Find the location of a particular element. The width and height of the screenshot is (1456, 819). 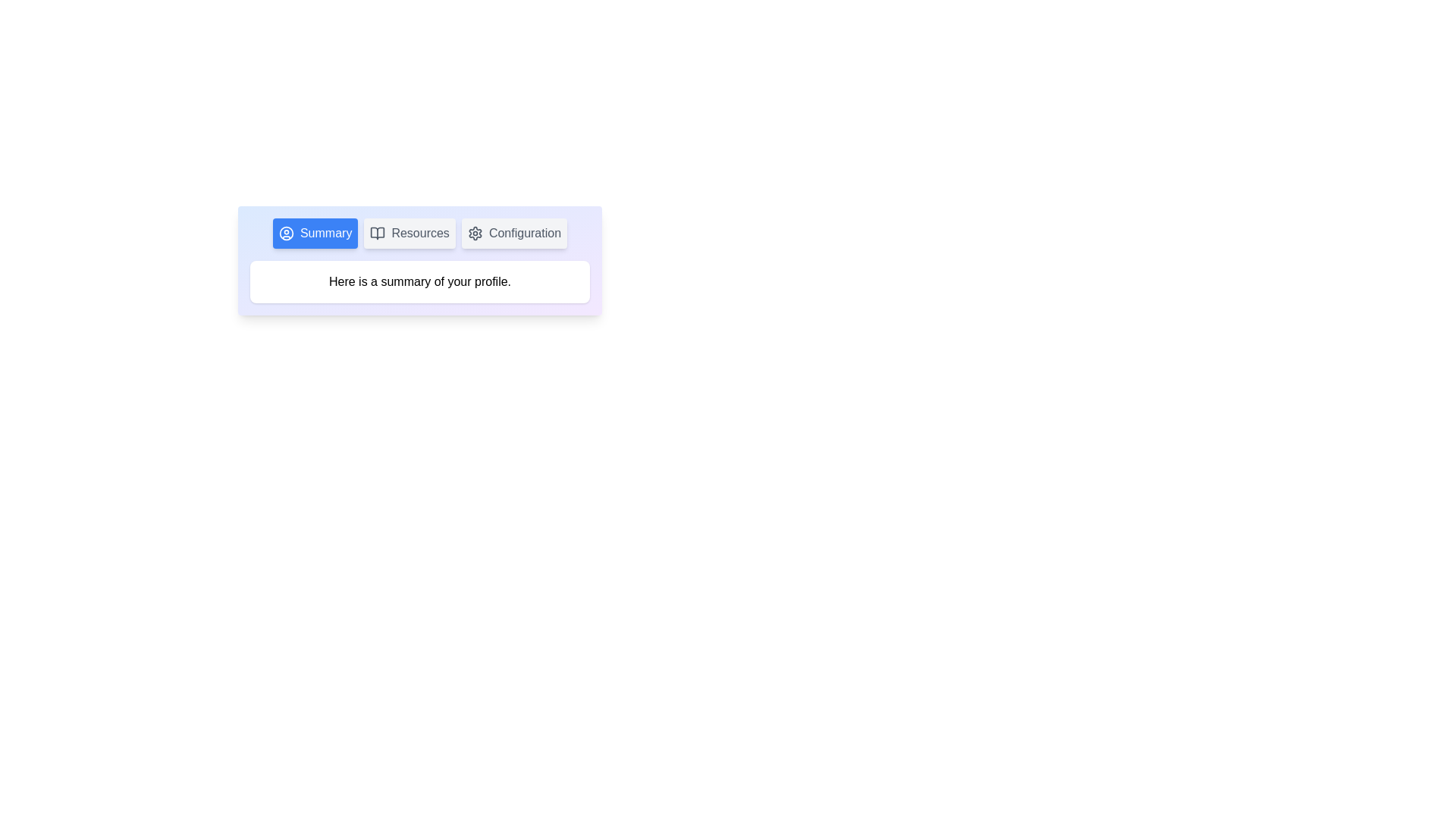

the icon of the Resources tab is located at coordinates (378, 234).